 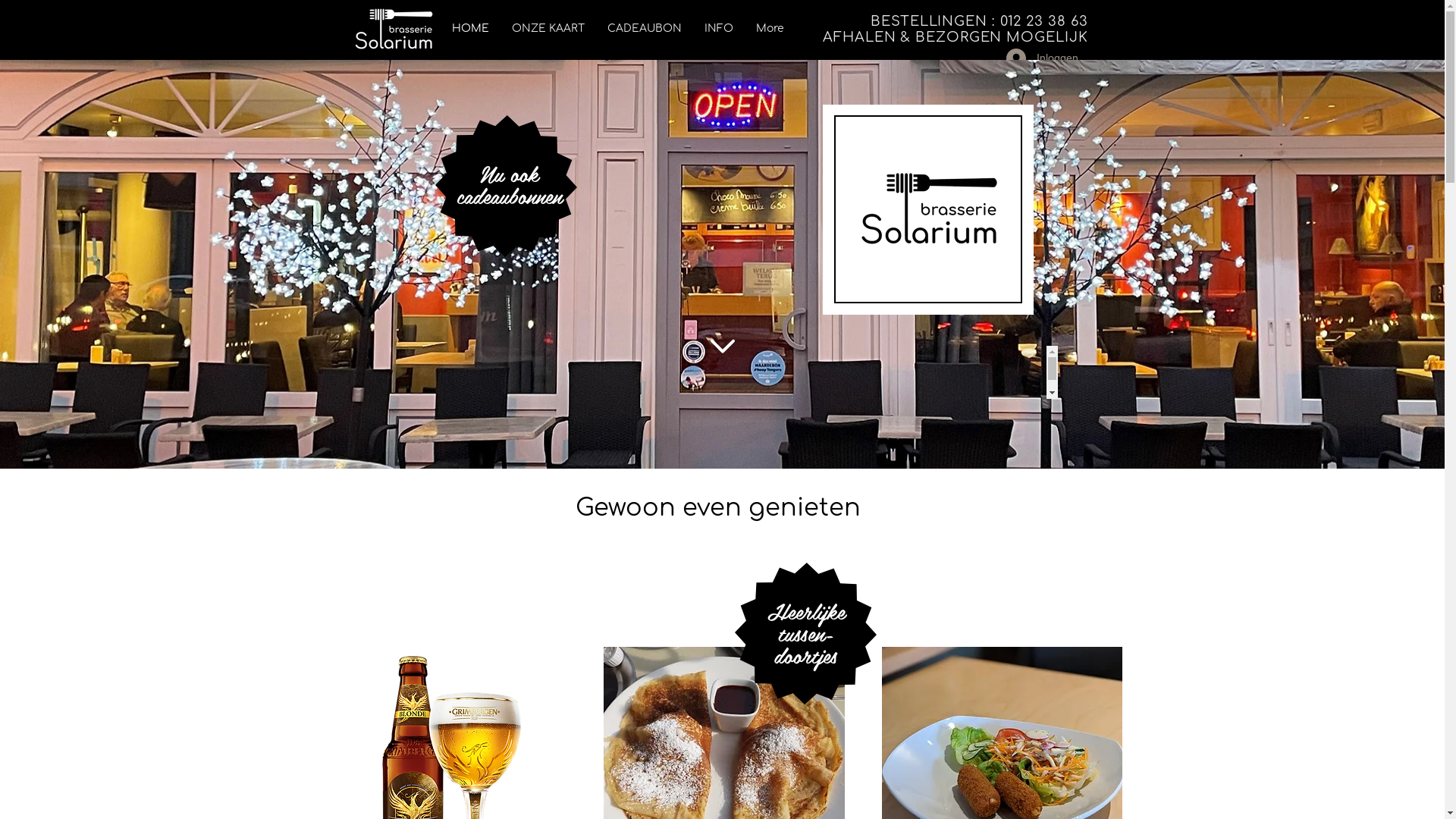 I want to click on 'HOME', so click(x=469, y=28).